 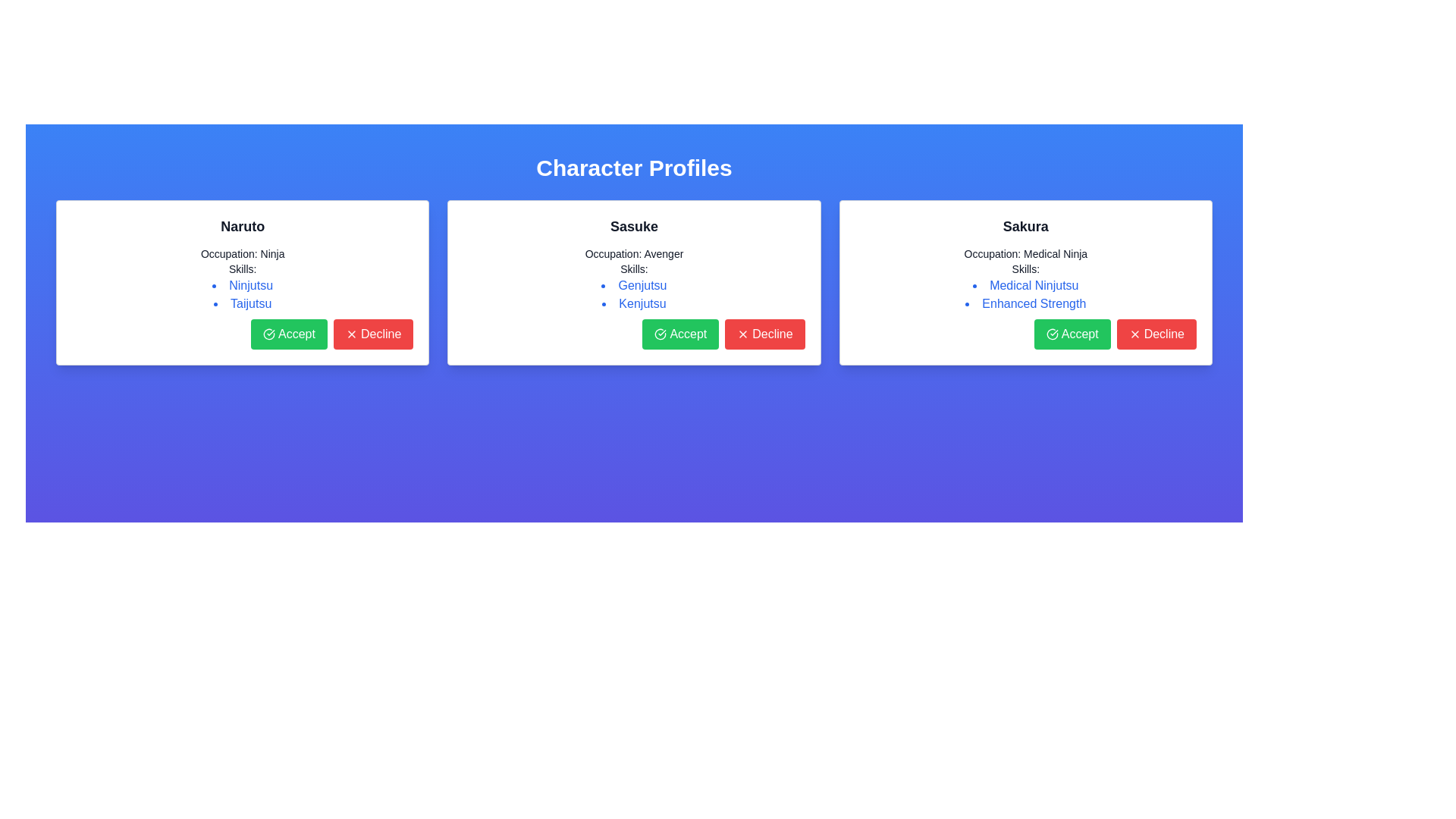 What do you see at coordinates (679, 333) in the screenshot?
I see `the 'Accept' button with a green background and checkmark icon located in the profile card for 'Sasuke'` at bounding box center [679, 333].